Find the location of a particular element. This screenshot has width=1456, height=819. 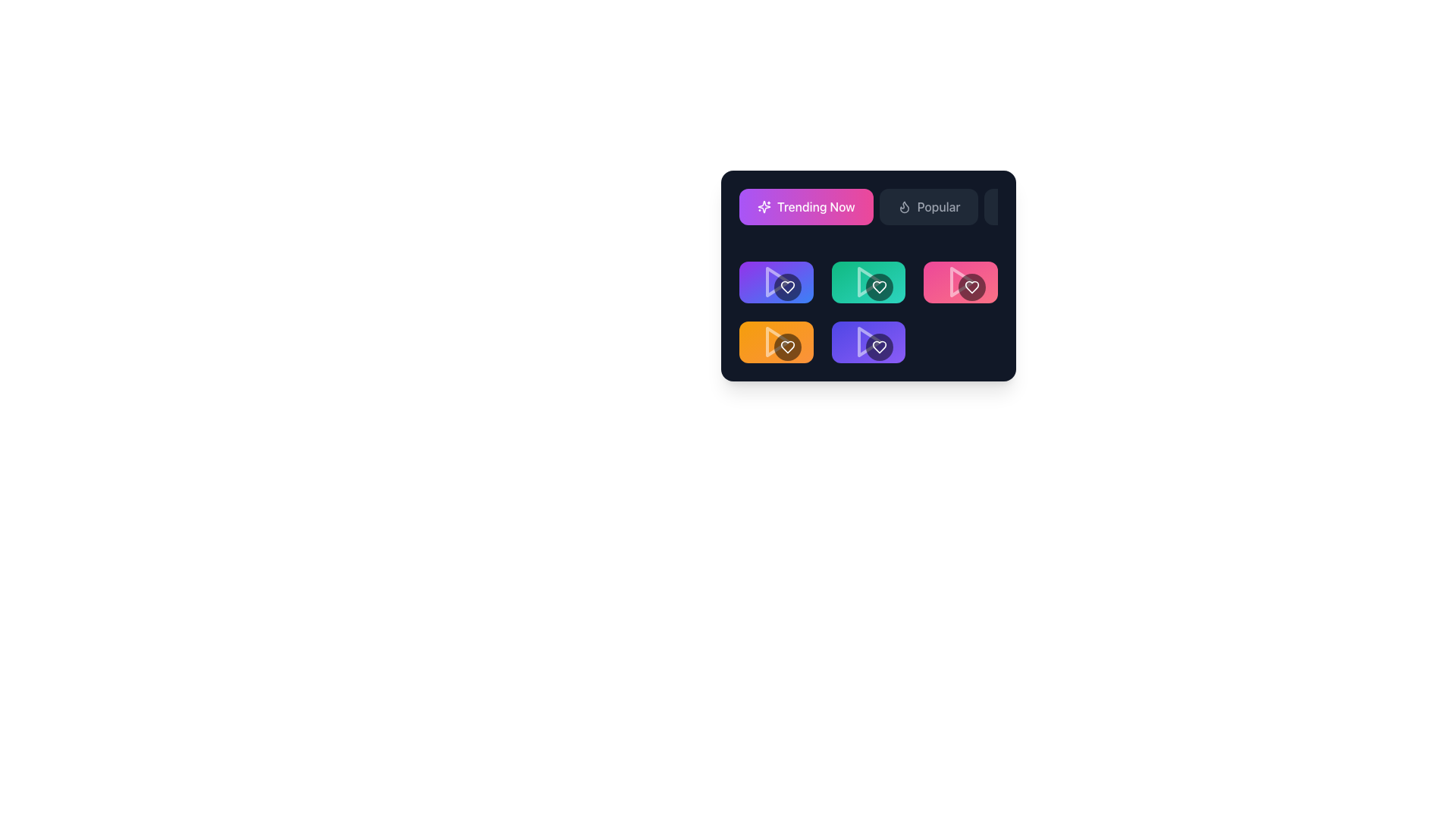

the larger group that includes the clock icon, which represents a time duration feature next to the '2h 30m' text is located at coordinates (846, 295).